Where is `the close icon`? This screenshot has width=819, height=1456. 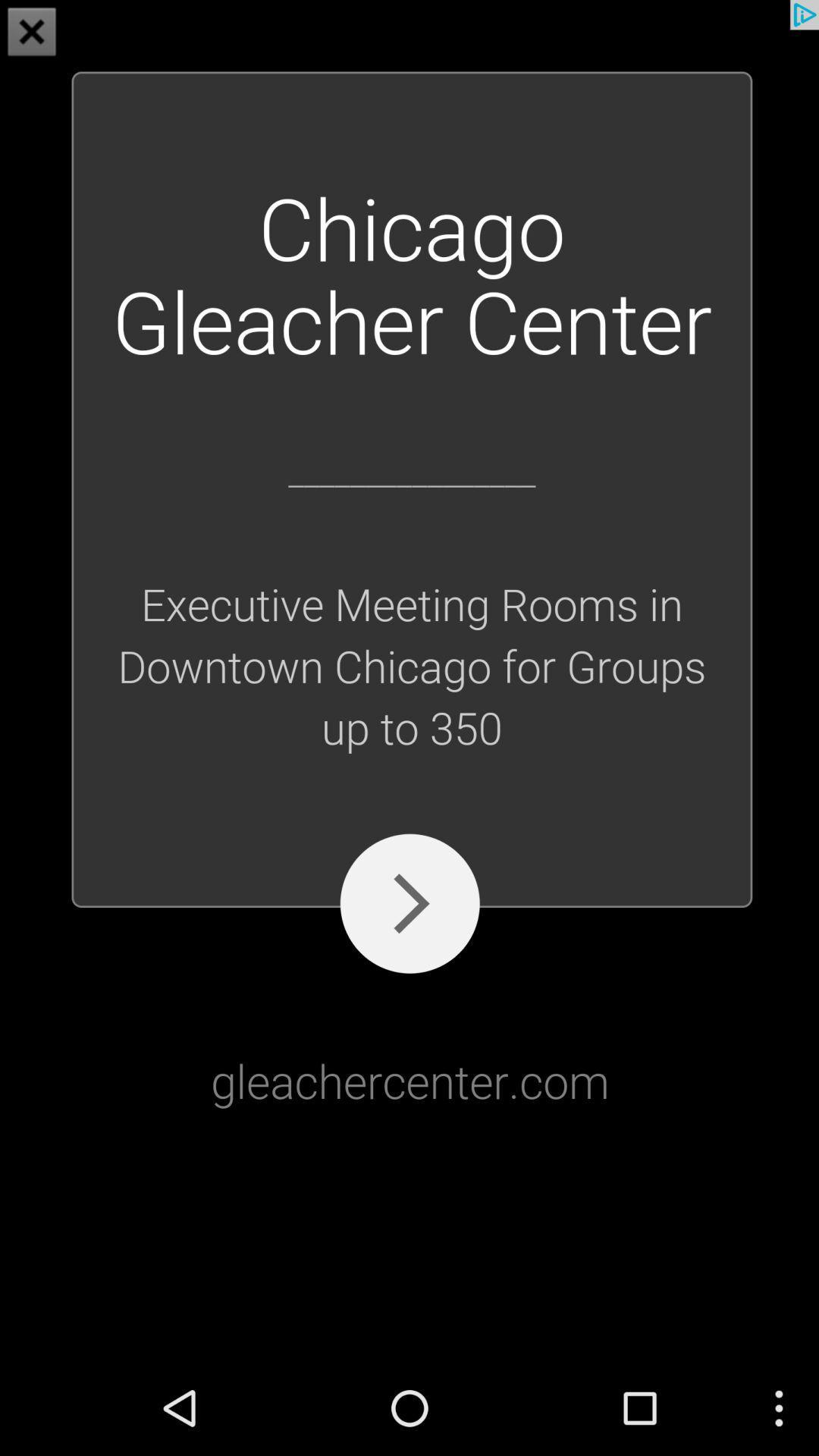 the close icon is located at coordinates (32, 33).